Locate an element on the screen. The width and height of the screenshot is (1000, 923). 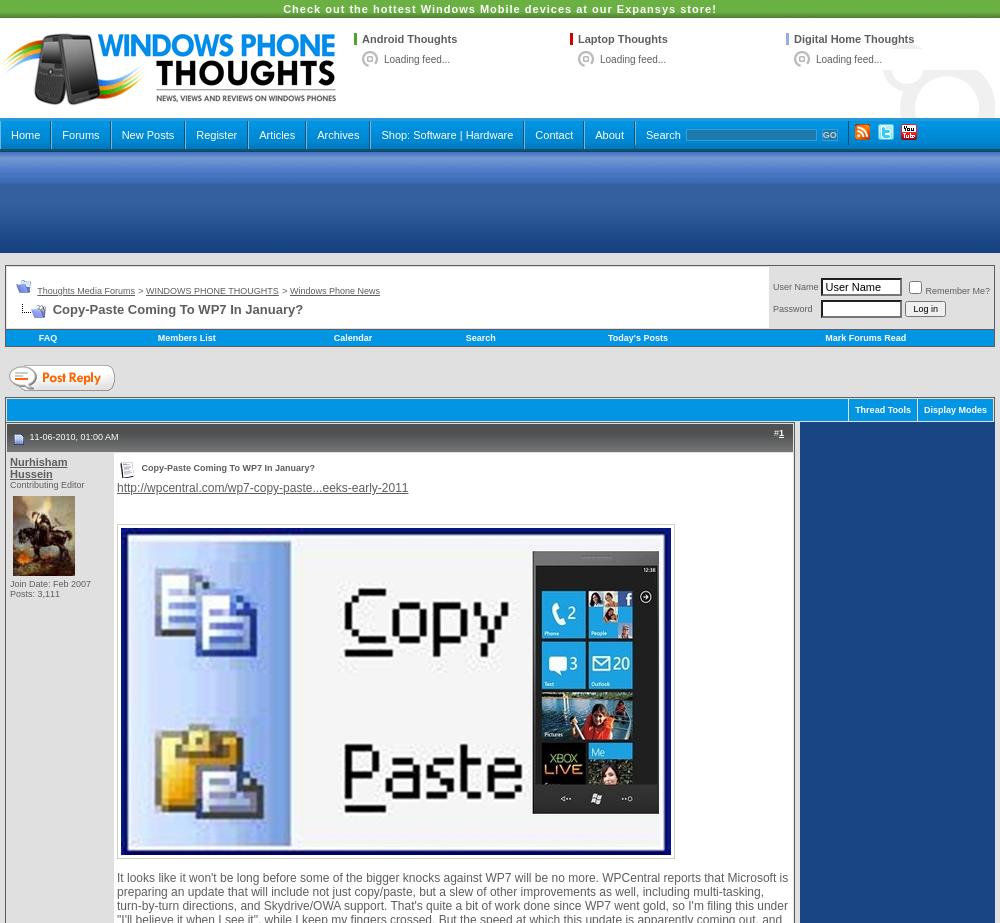
'1' is located at coordinates (780, 432).